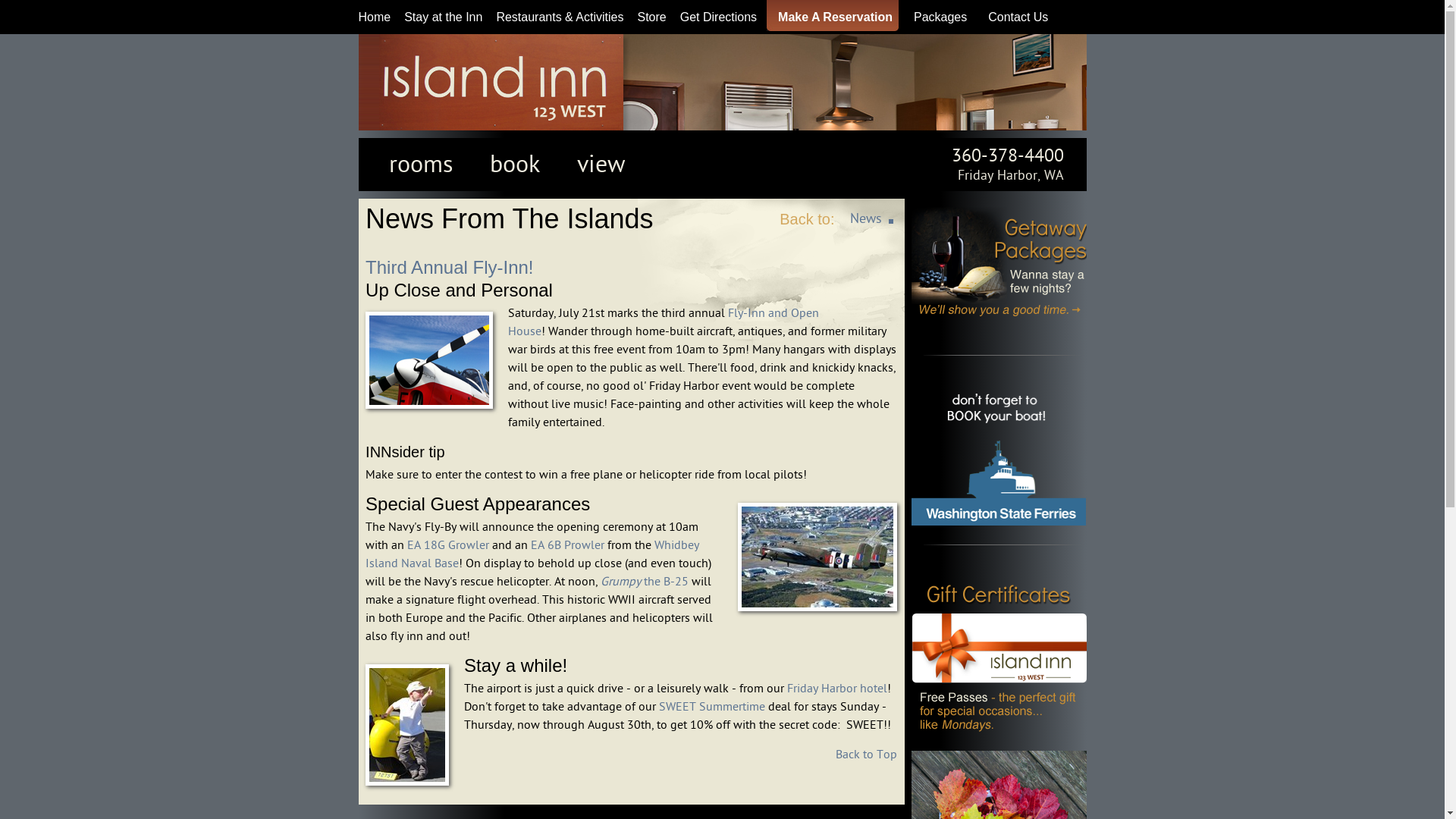  What do you see at coordinates (865, 218) in the screenshot?
I see `'News'` at bounding box center [865, 218].